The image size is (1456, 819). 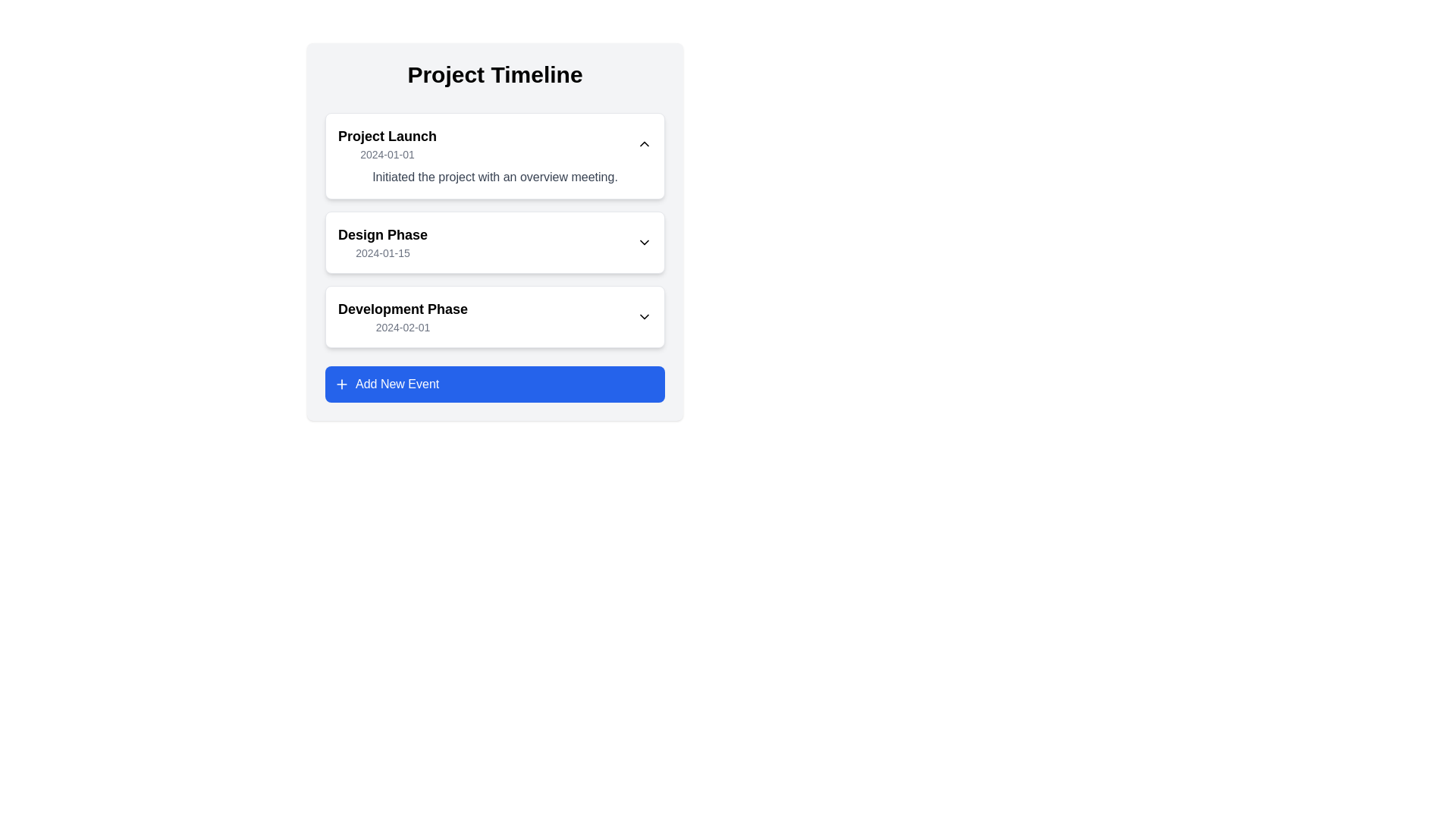 I want to click on the 'Project Launch' text display element, which features a title in bold and a date in gray, located in the topmost card of the 'Project Timeline' section, so click(x=388, y=143).